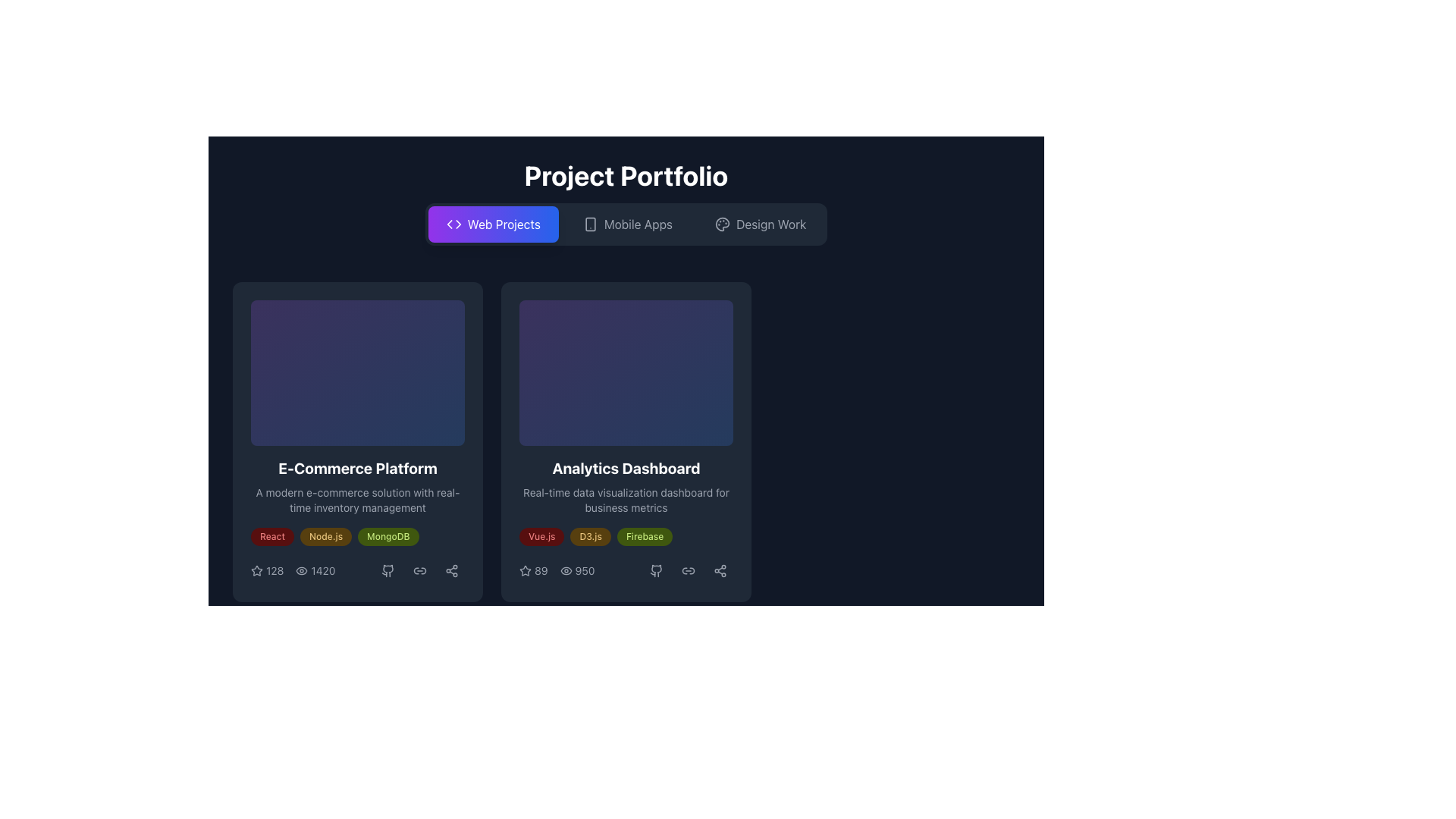 The width and height of the screenshot is (1456, 819). What do you see at coordinates (656, 570) in the screenshot?
I see `the circular GitHub button with a cat-like figure in the bottom-right corner of the 'Analytics Dashboard' card to change its background color` at bounding box center [656, 570].